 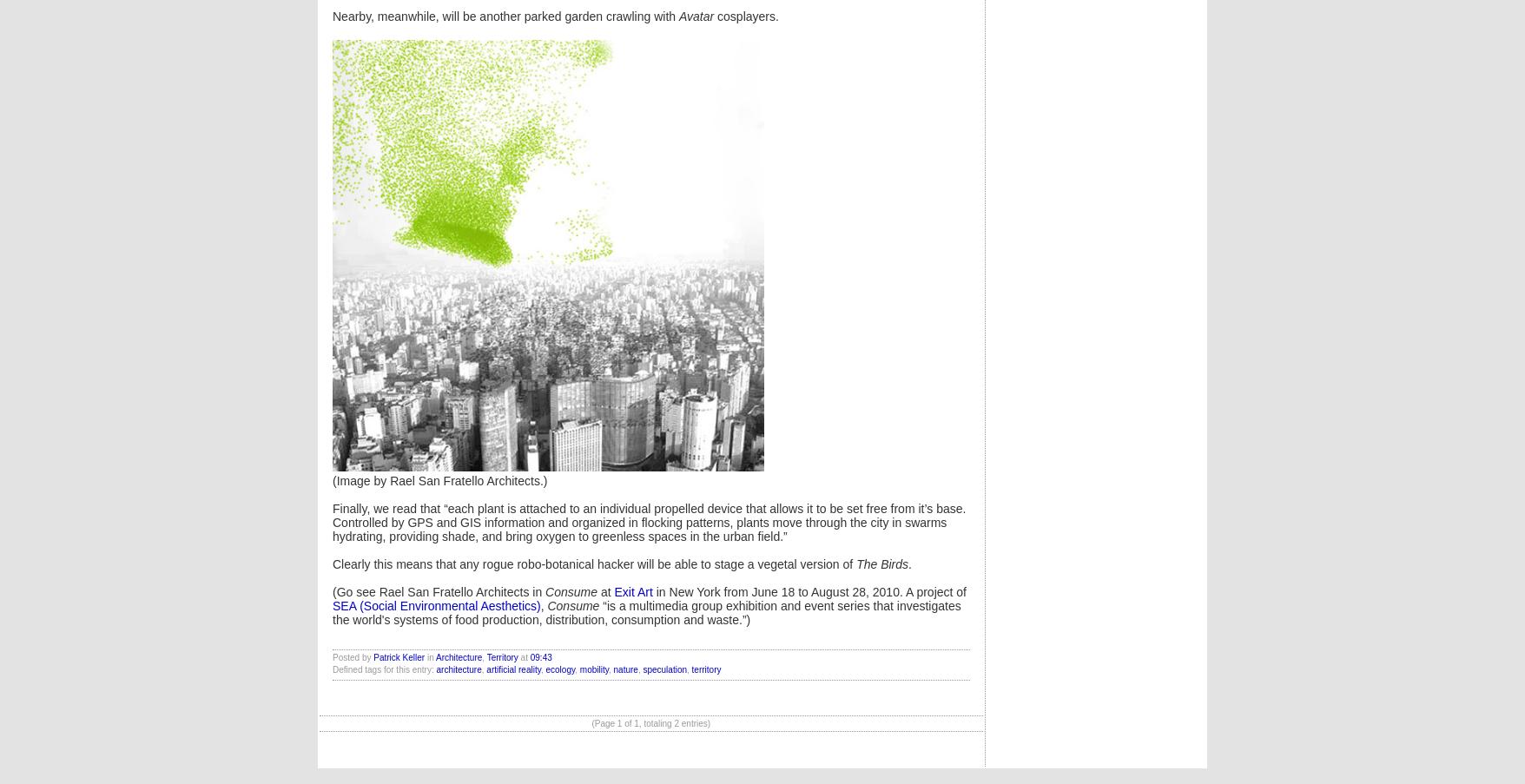 What do you see at coordinates (809, 591) in the screenshot?
I see `'in New York from June 18 to August 28, 2010. A project of'` at bounding box center [809, 591].